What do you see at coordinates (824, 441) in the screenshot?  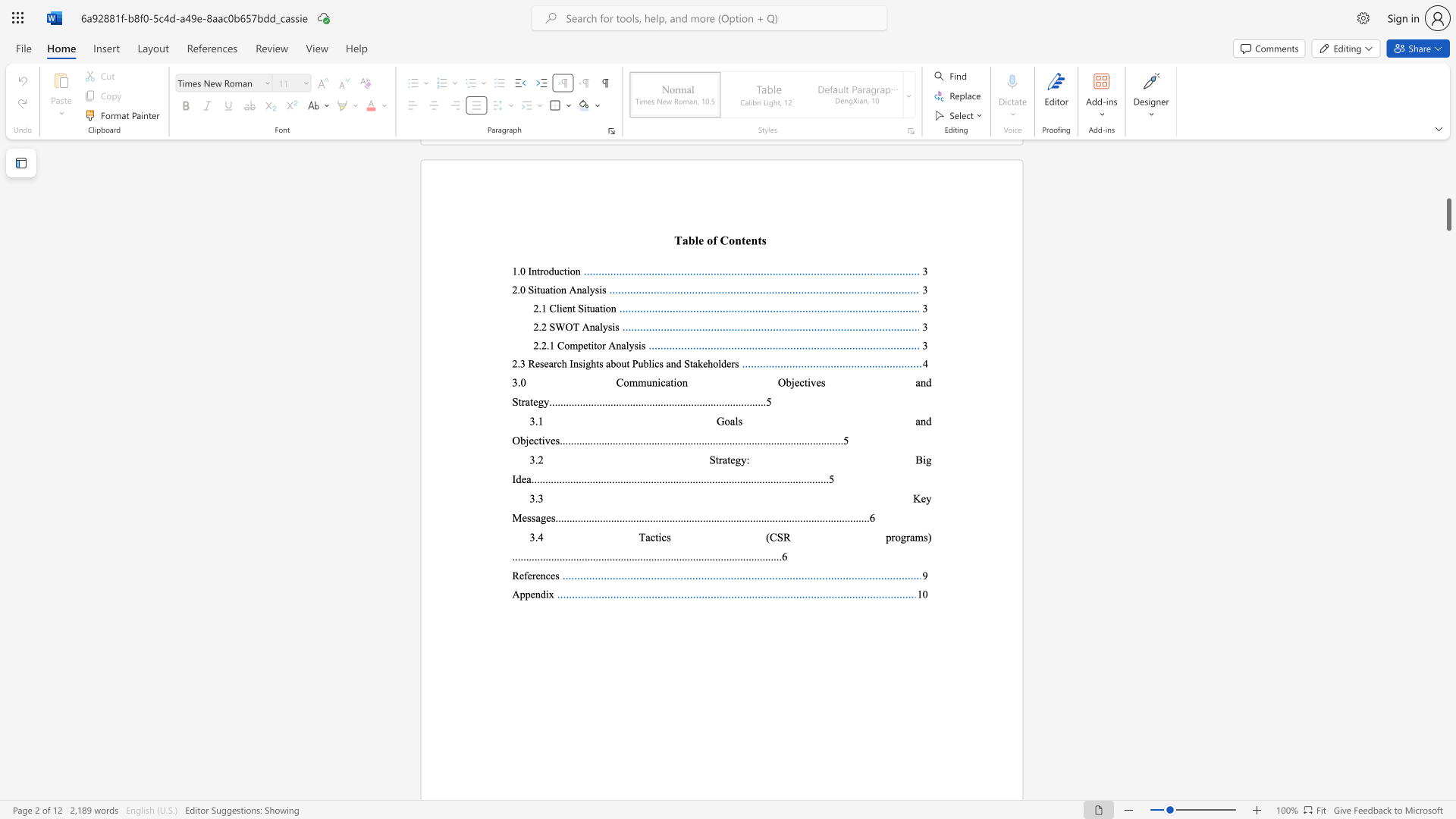 I see `the 18th character "." in the text` at bounding box center [824, 441].